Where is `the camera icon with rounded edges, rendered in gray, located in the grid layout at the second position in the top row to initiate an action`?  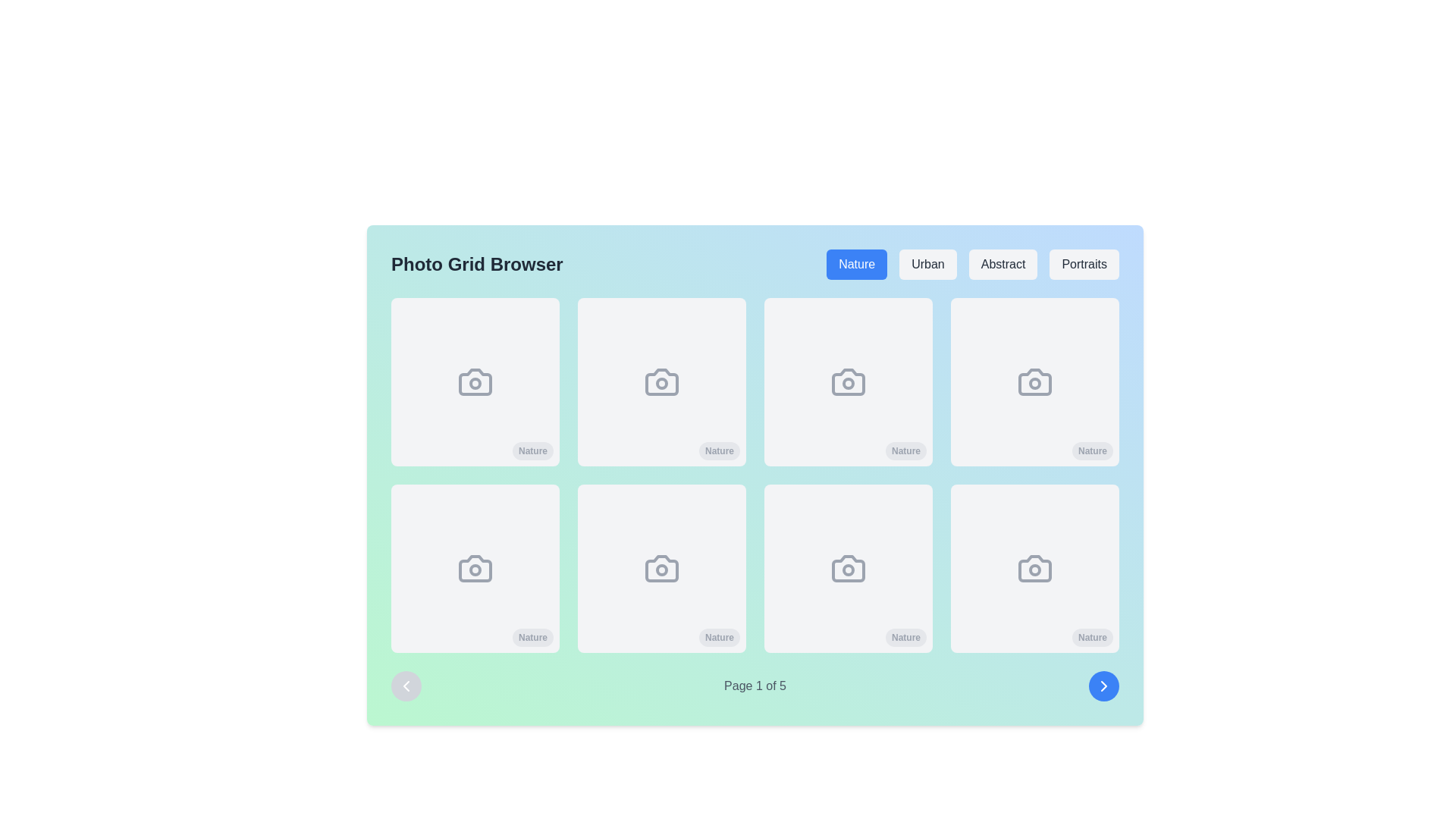 the camera icon with rounded edges, rendered in gray, located in the grid layout at the second position in the top row to initiate an action is located at coordinates (662, 381).